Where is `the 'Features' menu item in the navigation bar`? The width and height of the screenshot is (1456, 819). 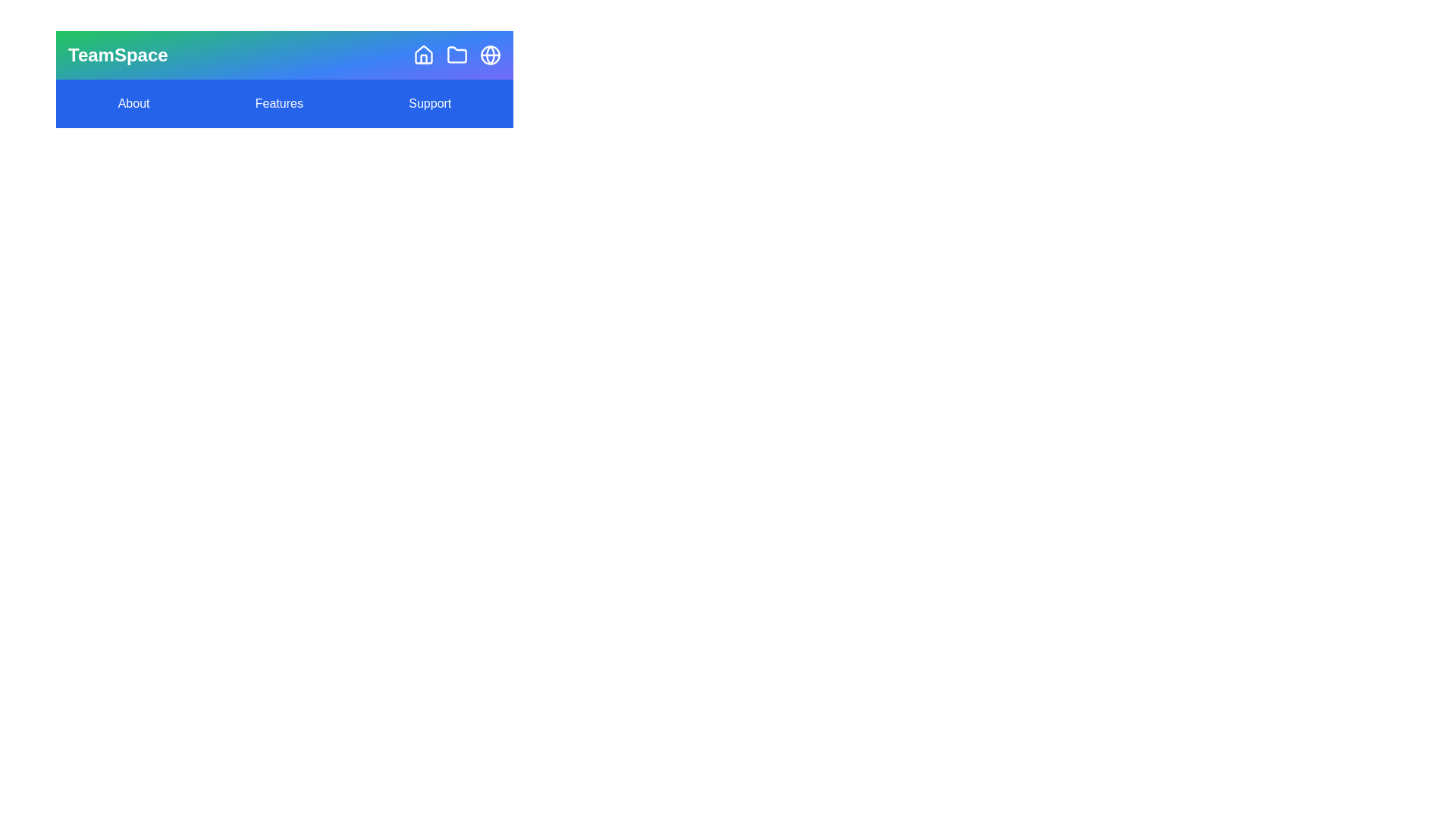
the 'Features' menu item in the navigation bar is located at coordinates (279, 103).